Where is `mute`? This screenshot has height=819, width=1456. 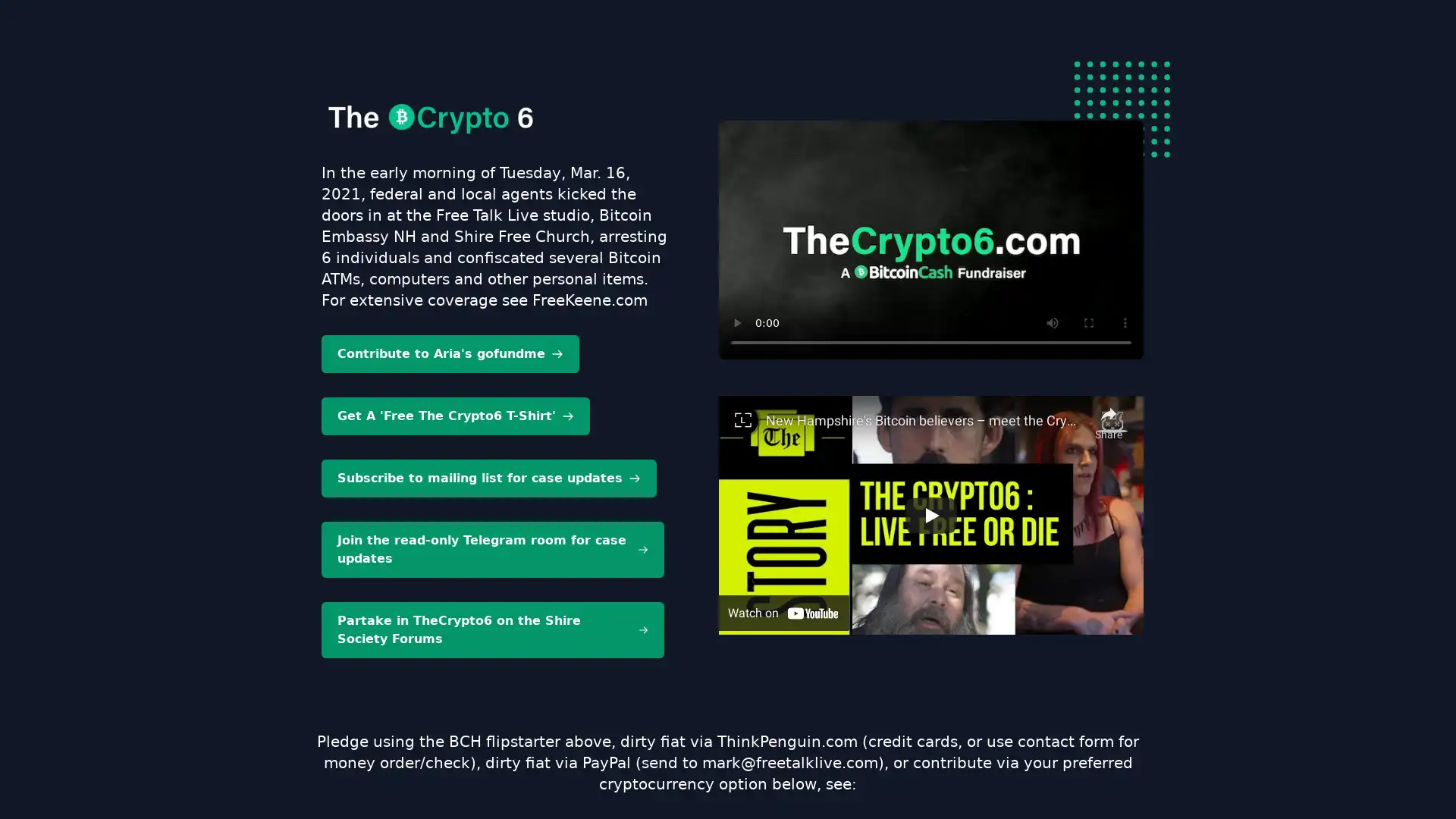 mute is located at coordinates (1051, 322).